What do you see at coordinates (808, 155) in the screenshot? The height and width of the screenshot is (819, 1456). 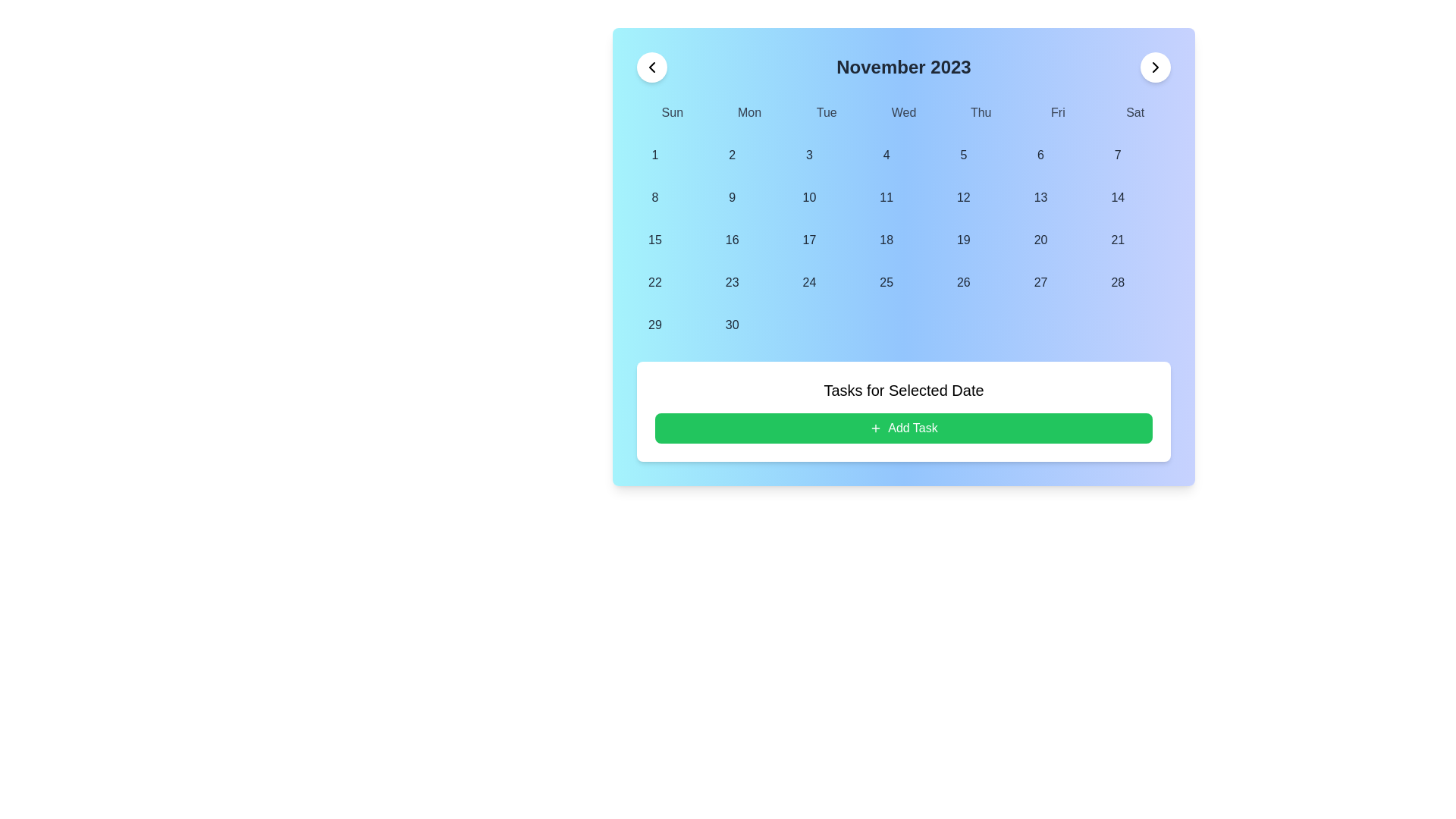 I see `the button representing Tuesday, November 3rd in the calendar grid to change its background color` at bounding box center [808, 155].